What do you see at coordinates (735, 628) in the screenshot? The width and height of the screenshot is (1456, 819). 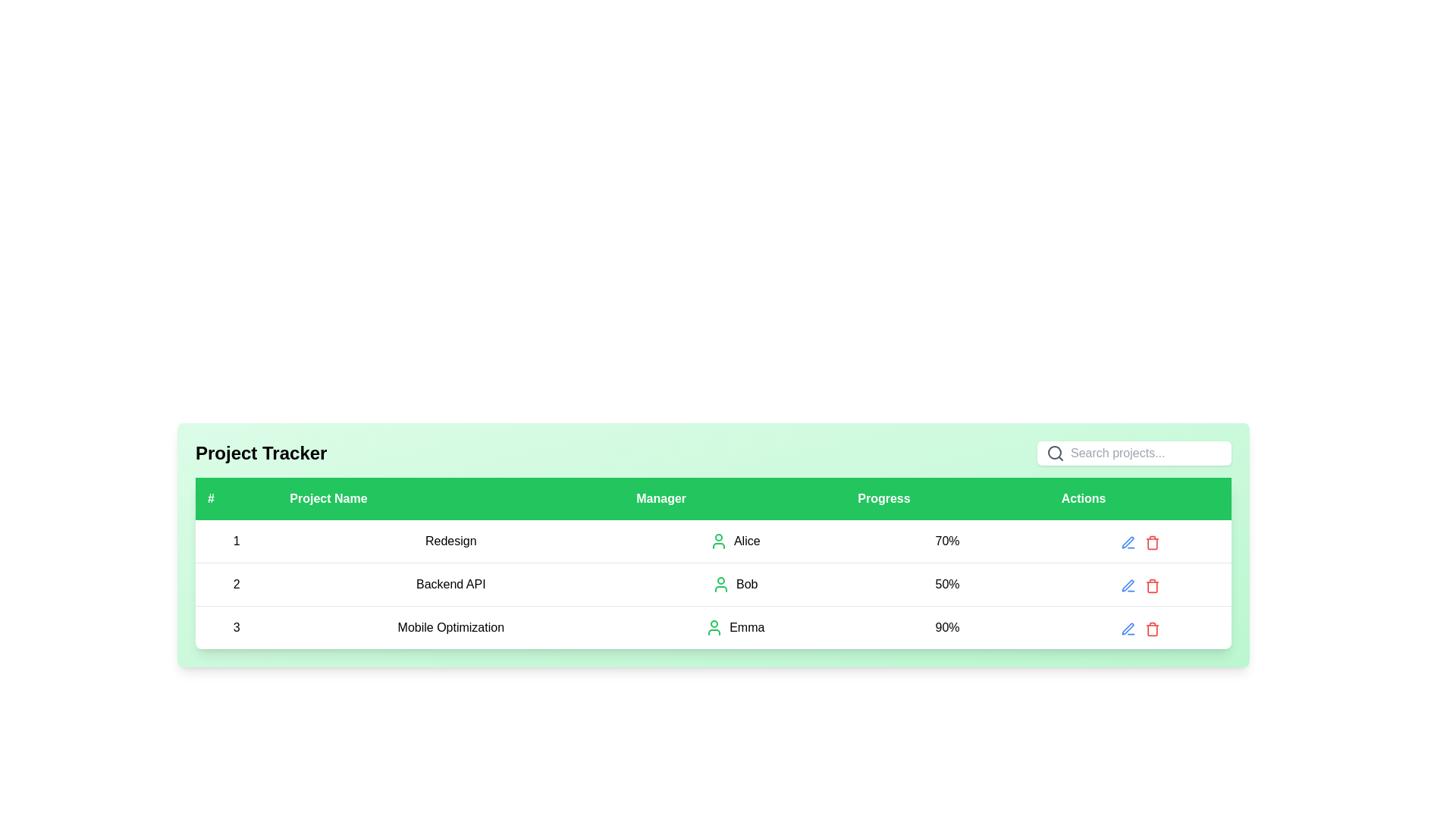 I see `text 'Emma' displayed in the Text Label with an Icon, located in the 'Manager' column of the third row under the 'Mobile Optimization' project` at bounding box center [735, 628].